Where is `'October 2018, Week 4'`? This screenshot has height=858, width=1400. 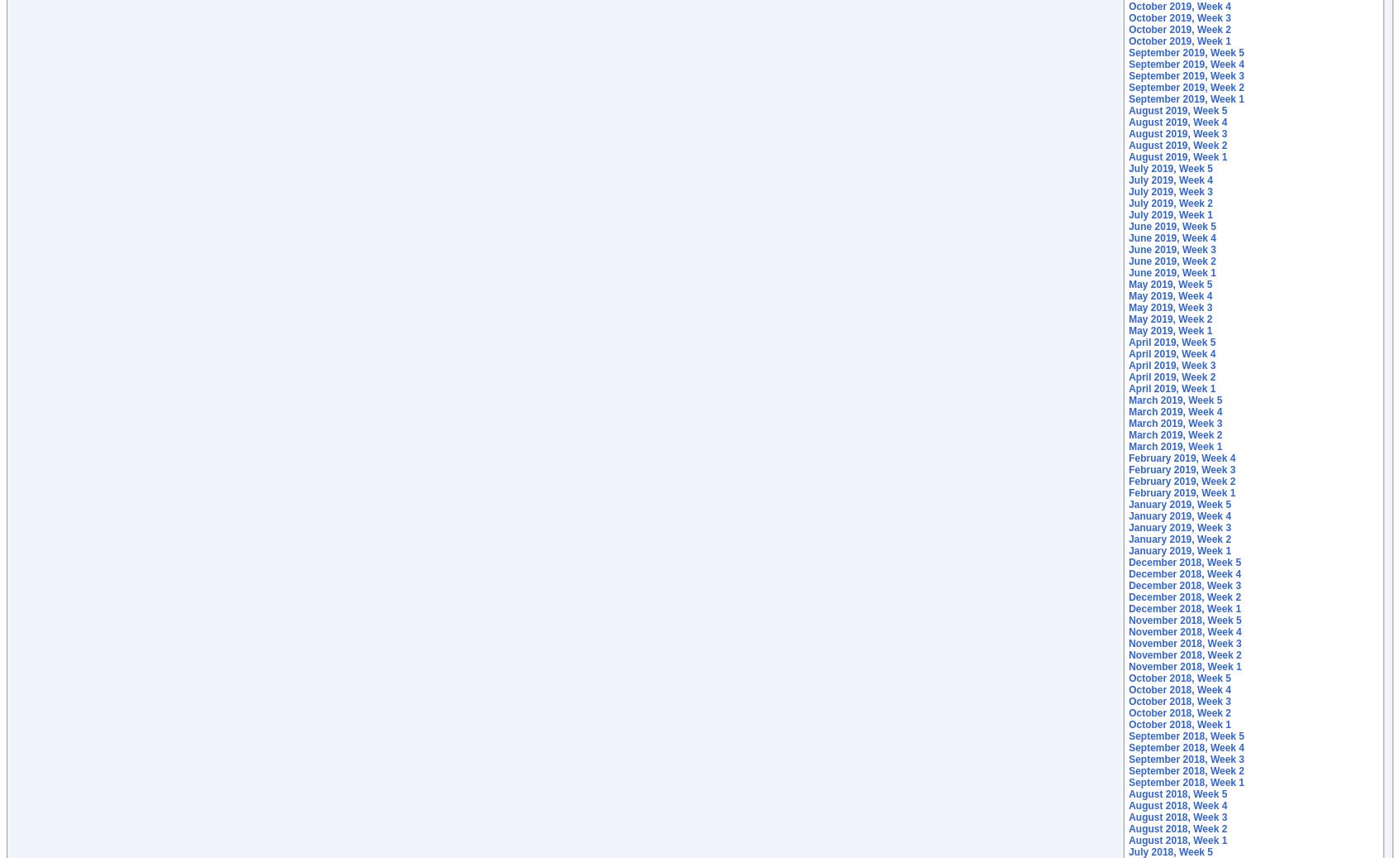 'October 2018, Week 4' is located at coordinates (1128, 689).